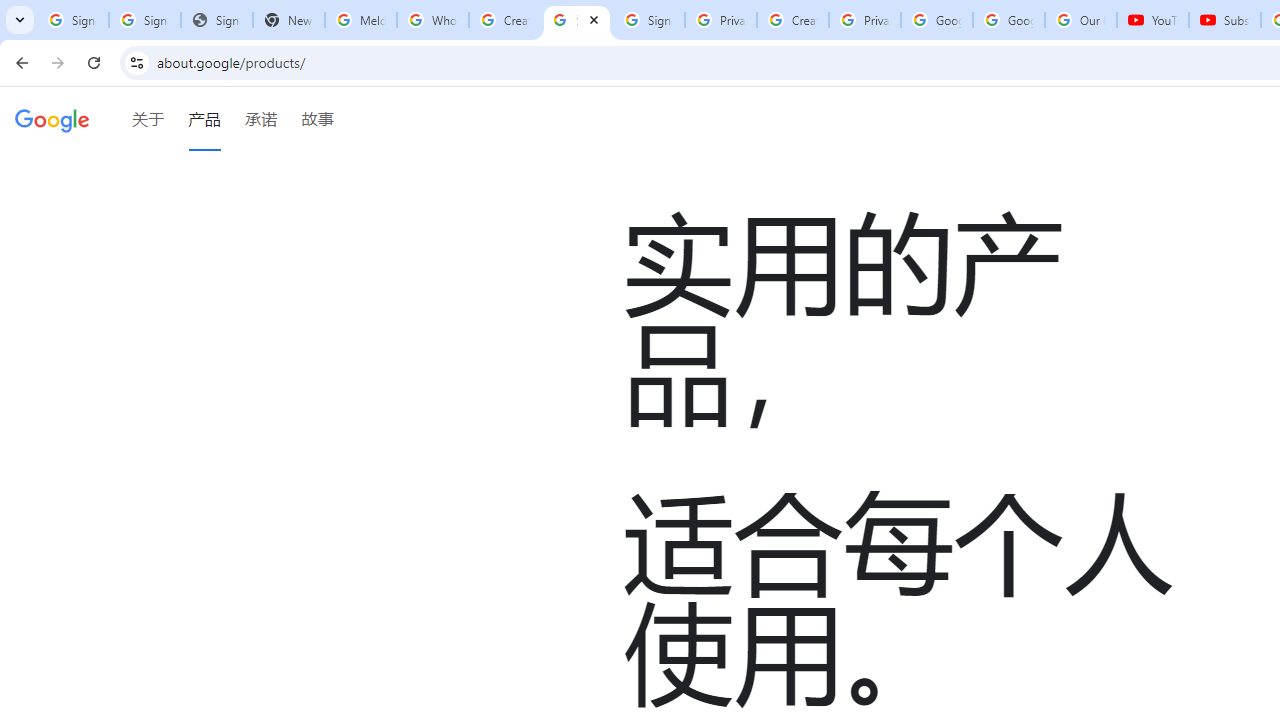 The height and width of the screenshot is (720, 1280). Describe the element at coordinates (52, 119) in the screenshot. I see `'Google'` at that location.